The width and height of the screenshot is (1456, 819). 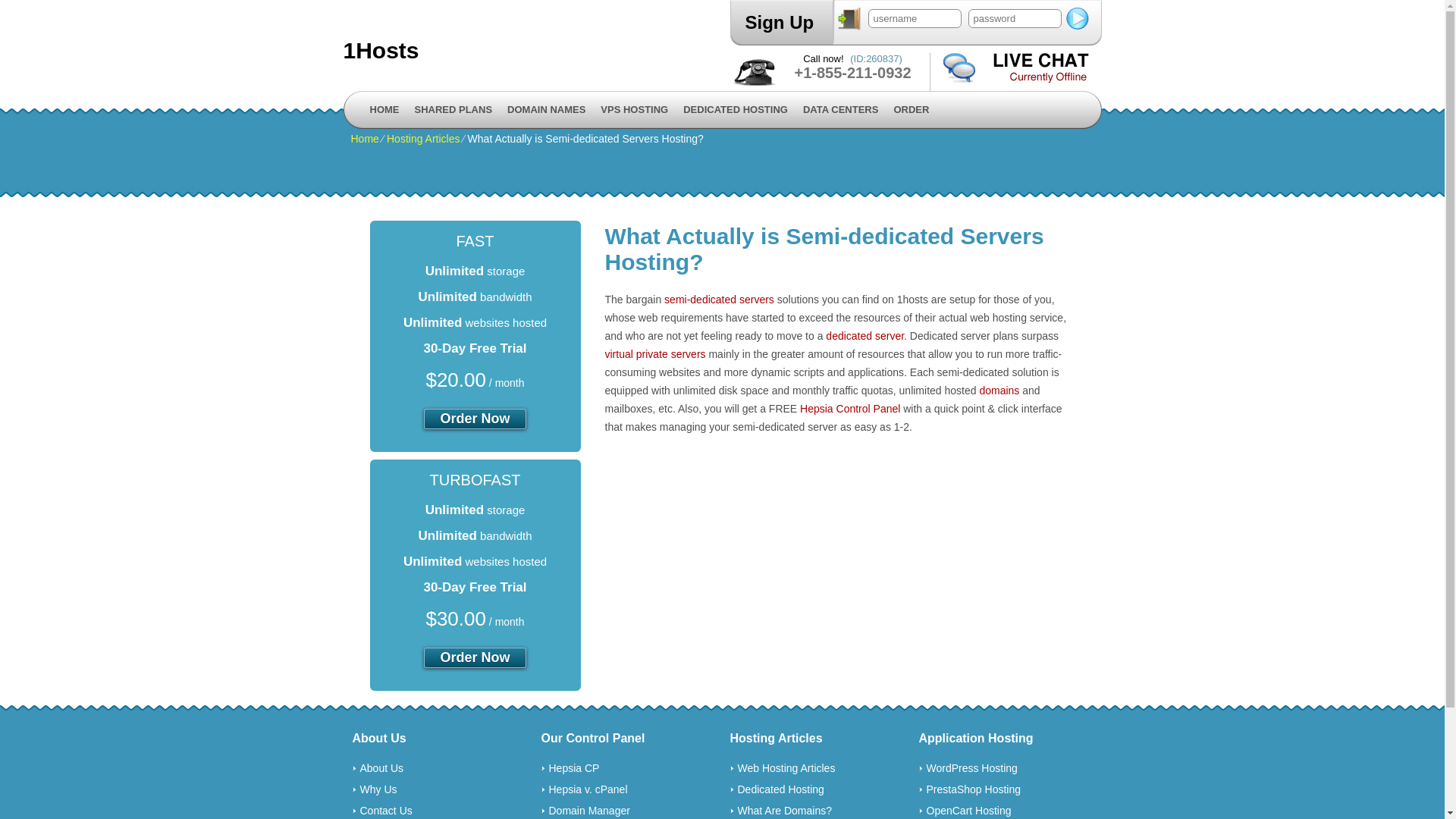 I want to click on 'DOMAIN NAMES', so click(x=546, y=109).